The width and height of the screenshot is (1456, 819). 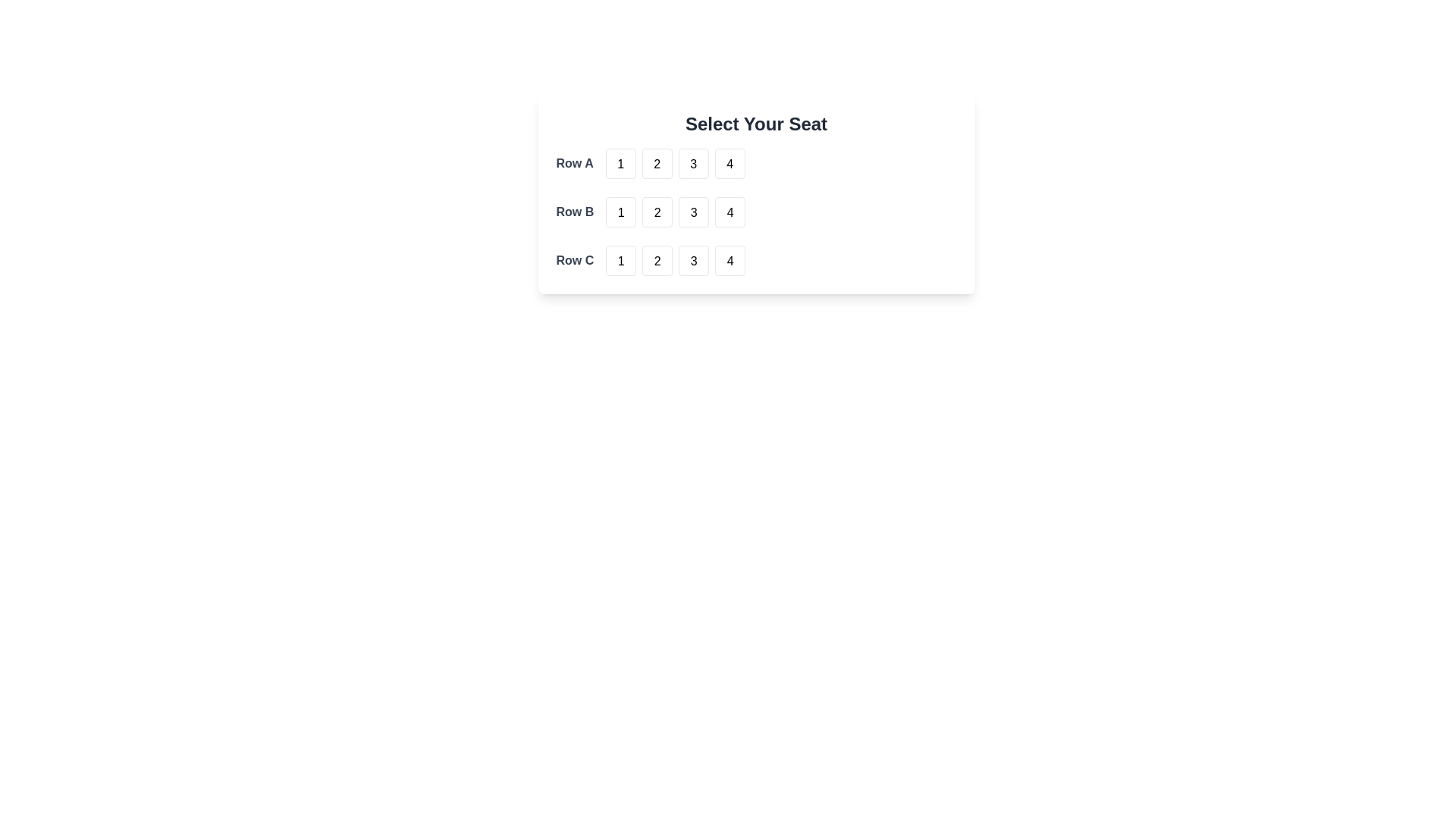 What do you see at coordinates (574, 212) in the screenshot?
I see `the Text Label that indicates the row of selectable buttons, positioned to the far left of the numbers 1, 2, 3, 4, approximately one-third down the page` at bounding box center [574, 212].